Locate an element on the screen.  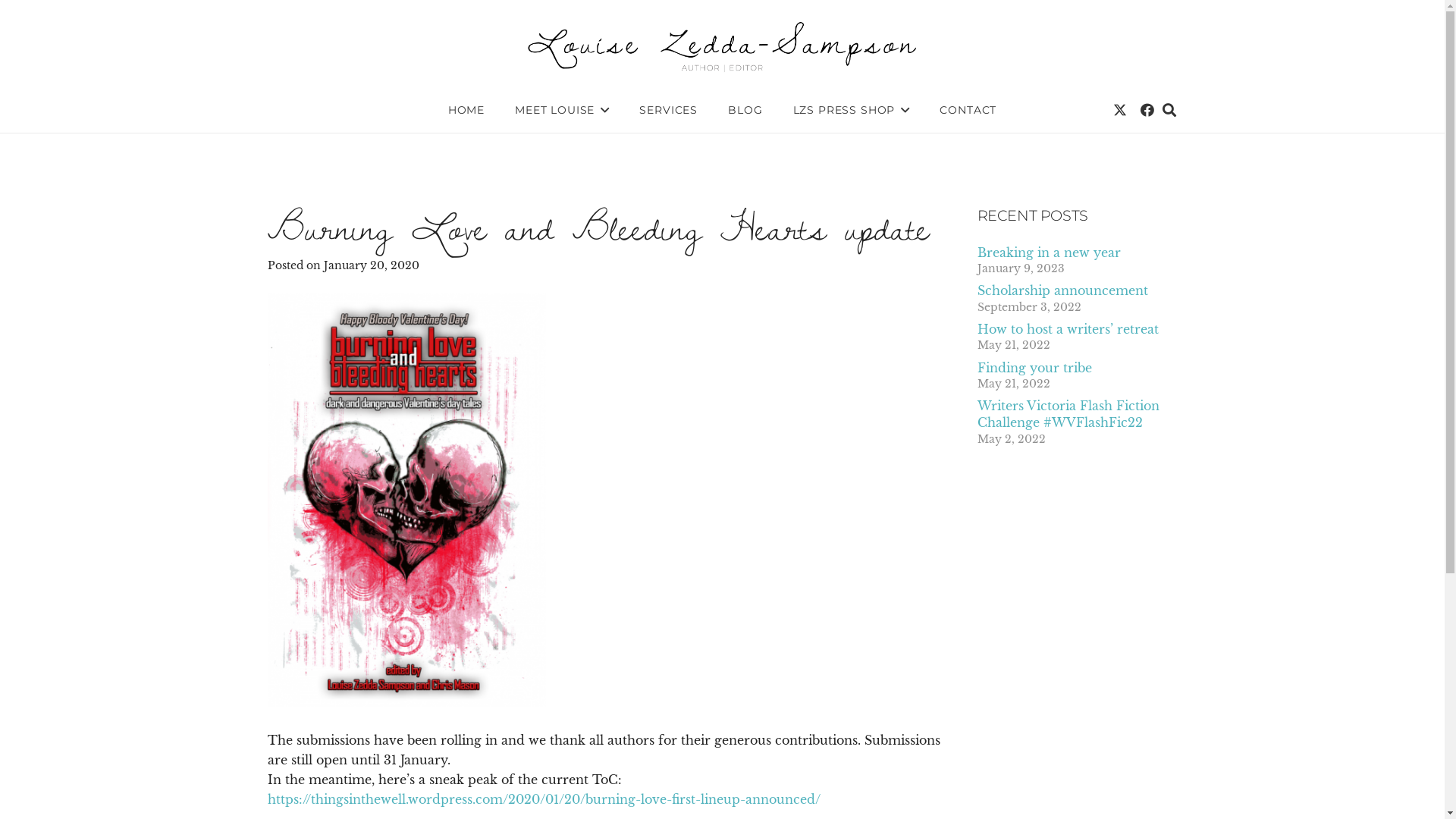
'MEET LOUISE' is located at coordinates (560, 109).